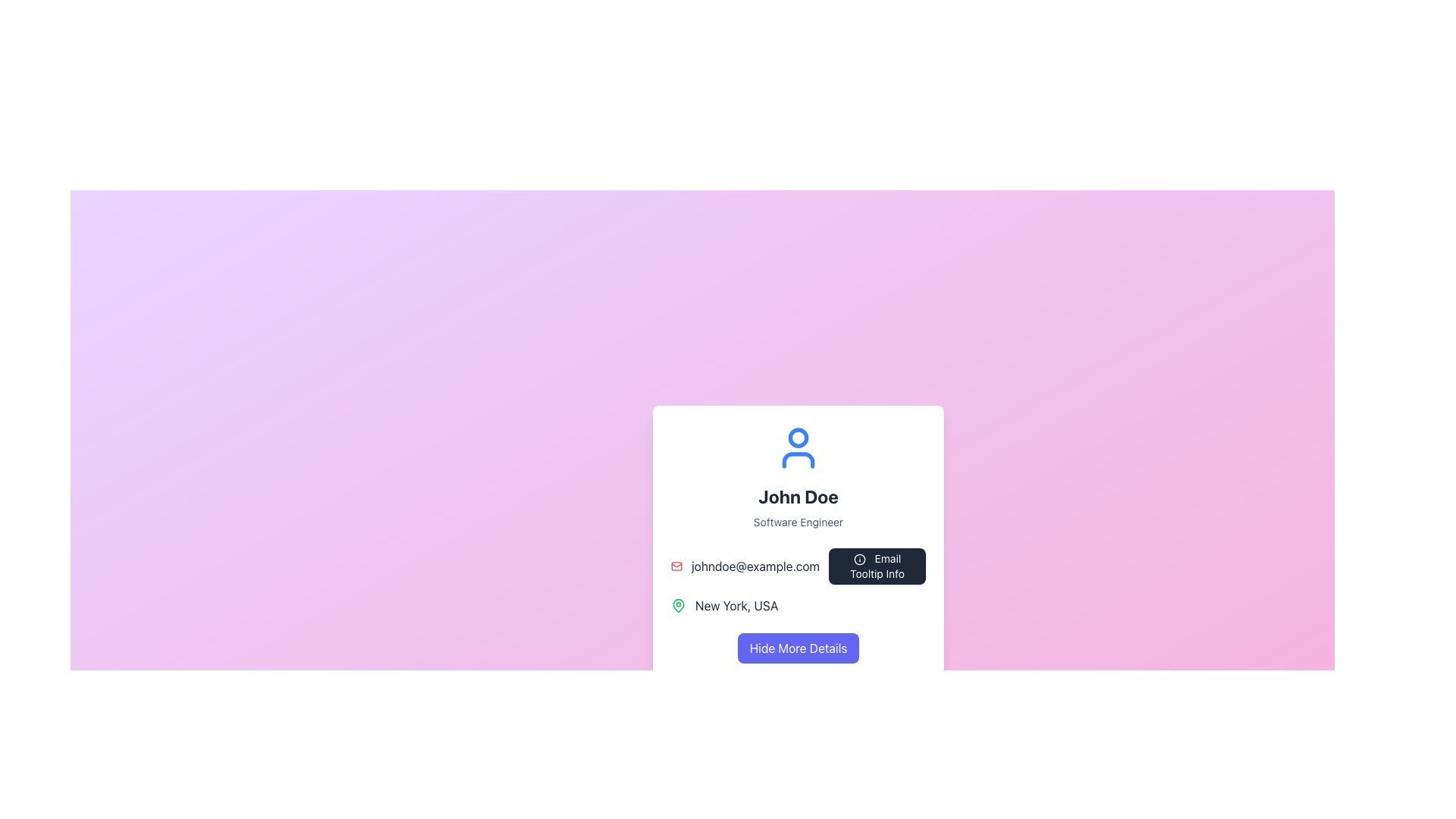 The image size is (1456, 819). I want to click on the button with a purple background and white text that reads 'Hide More Details', located below 'New York, USA' in John Doe's profile card, so click(797, 648).